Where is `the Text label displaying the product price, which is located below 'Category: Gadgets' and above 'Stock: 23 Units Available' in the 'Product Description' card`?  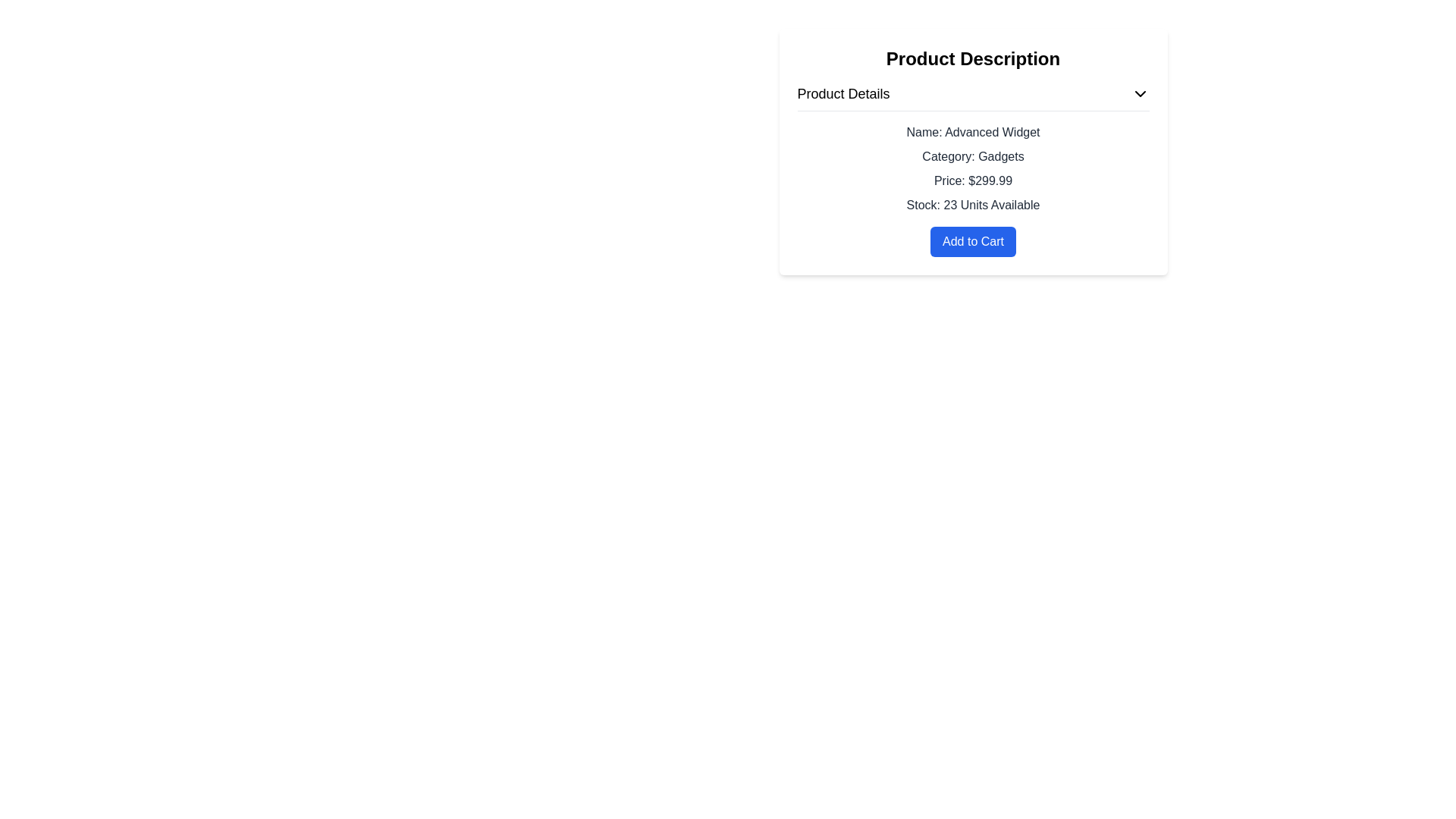 the Text label displaying the product price, which is located below 'Category: Gadgets' and above 'Stock: 23 Units Available' in the 'Product Description' card is located at coordinates (973, 180).